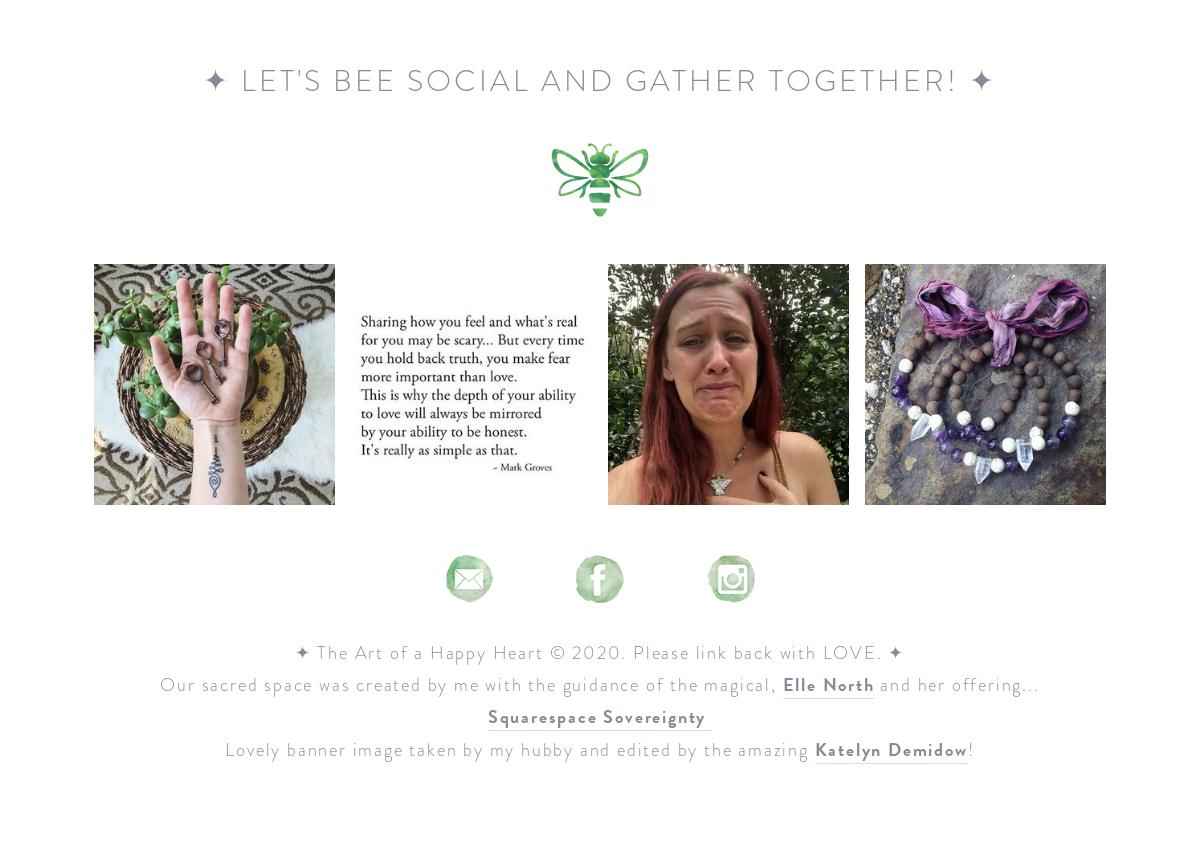 This screenshot has width=1200, height=850. What do you see at coordinates (485, 715) in the screenshot?
I see `'Squarespace Sovereignty'` at bounding box center [485, 715].